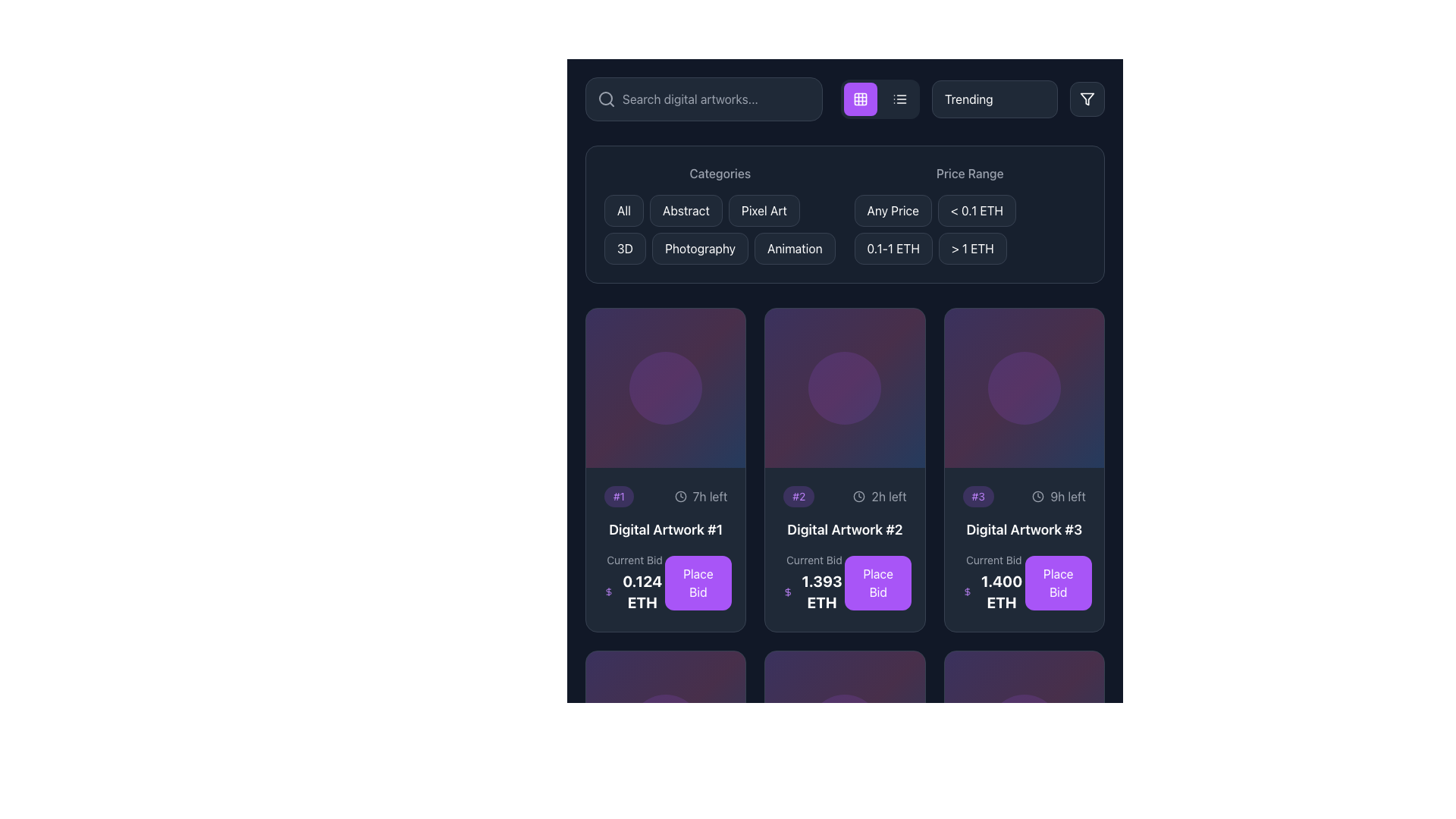  I want to click on the text label located in the second card of the grid layout, which serves as a title for the associated artwork, so click(844, 529).